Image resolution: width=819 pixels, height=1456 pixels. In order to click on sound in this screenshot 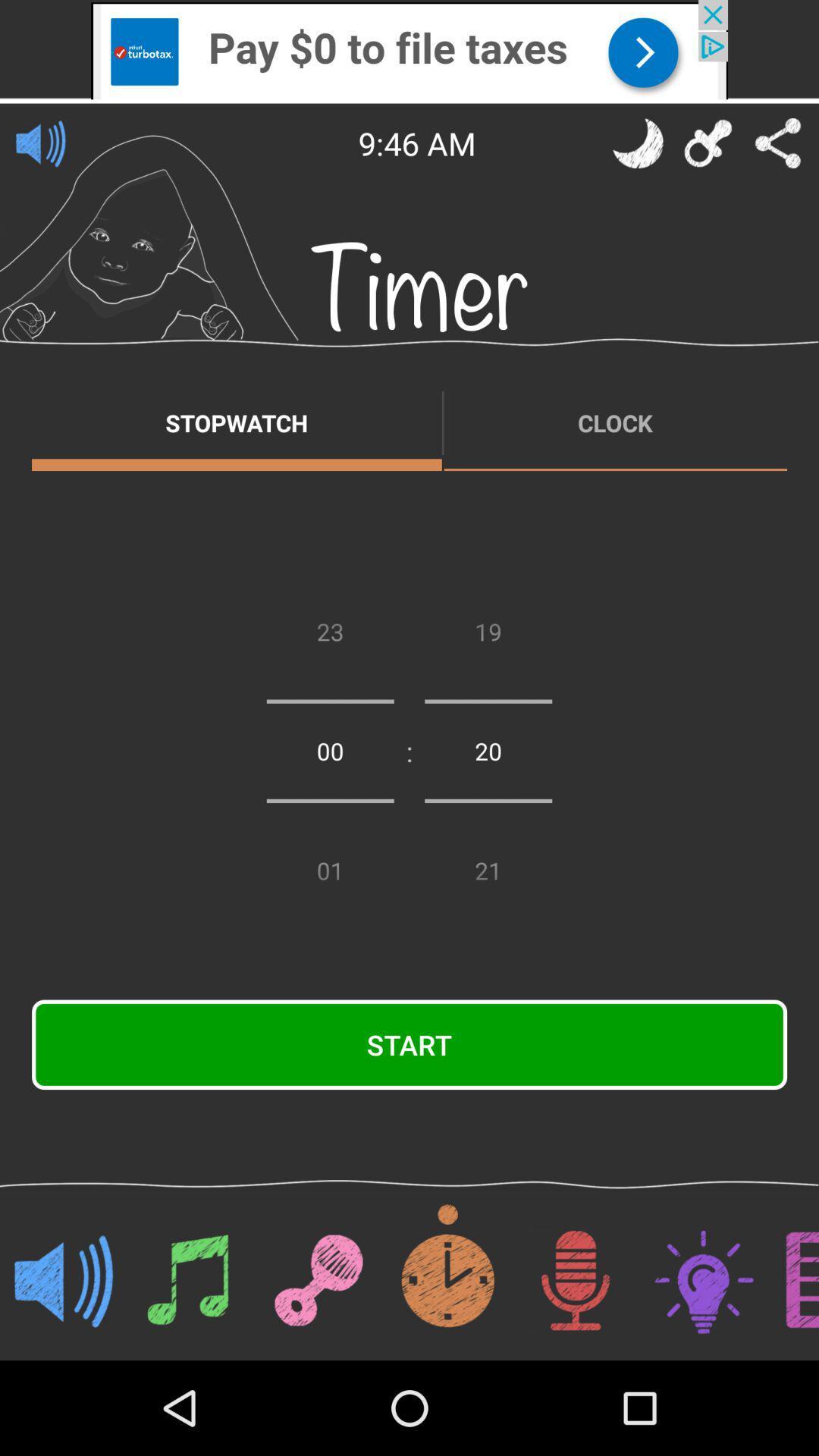, I will do `click(40, 143)`.